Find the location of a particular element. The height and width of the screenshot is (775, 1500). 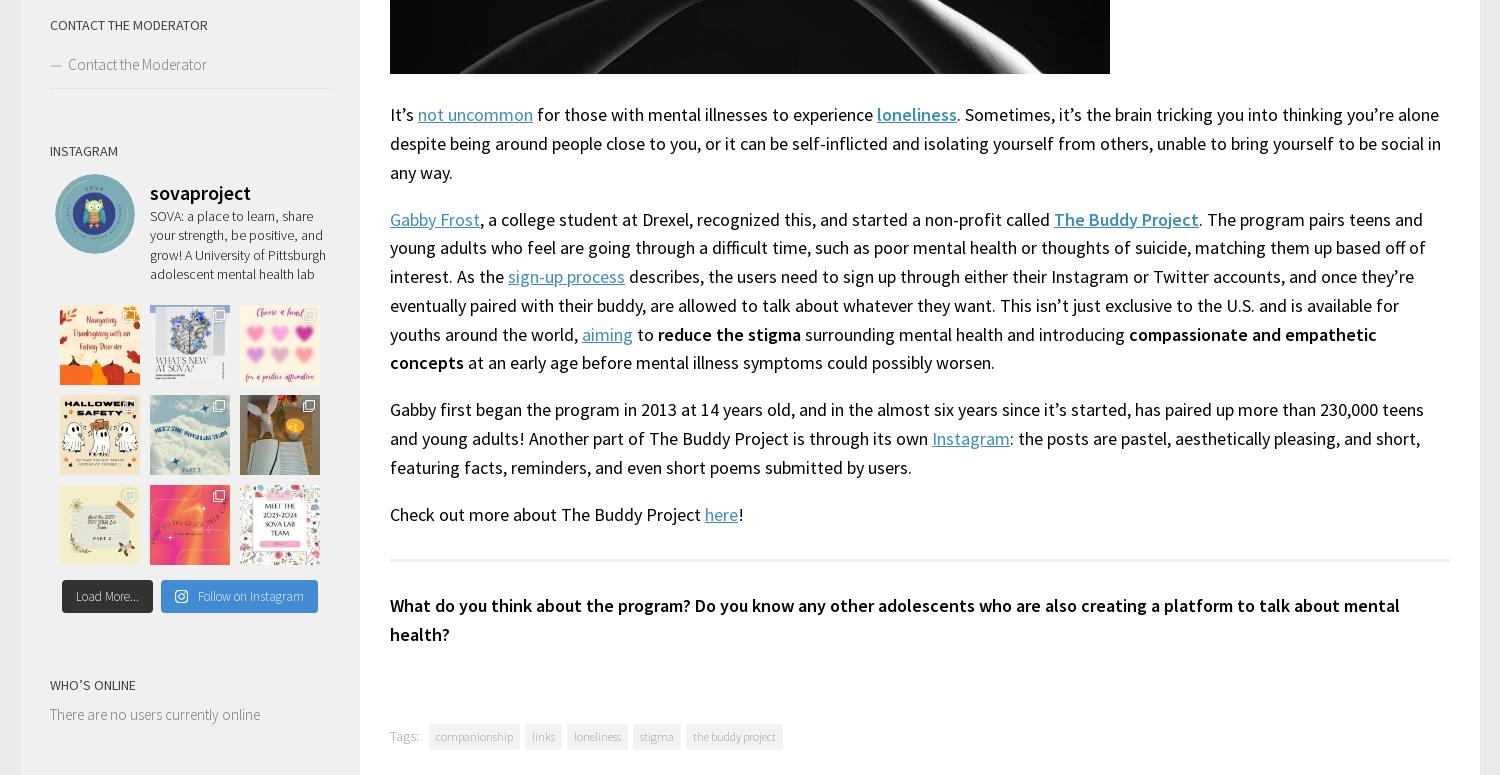

', a college student at Drexel, recognized this, and started a non-profit called' is located at coordinates (766, 217).